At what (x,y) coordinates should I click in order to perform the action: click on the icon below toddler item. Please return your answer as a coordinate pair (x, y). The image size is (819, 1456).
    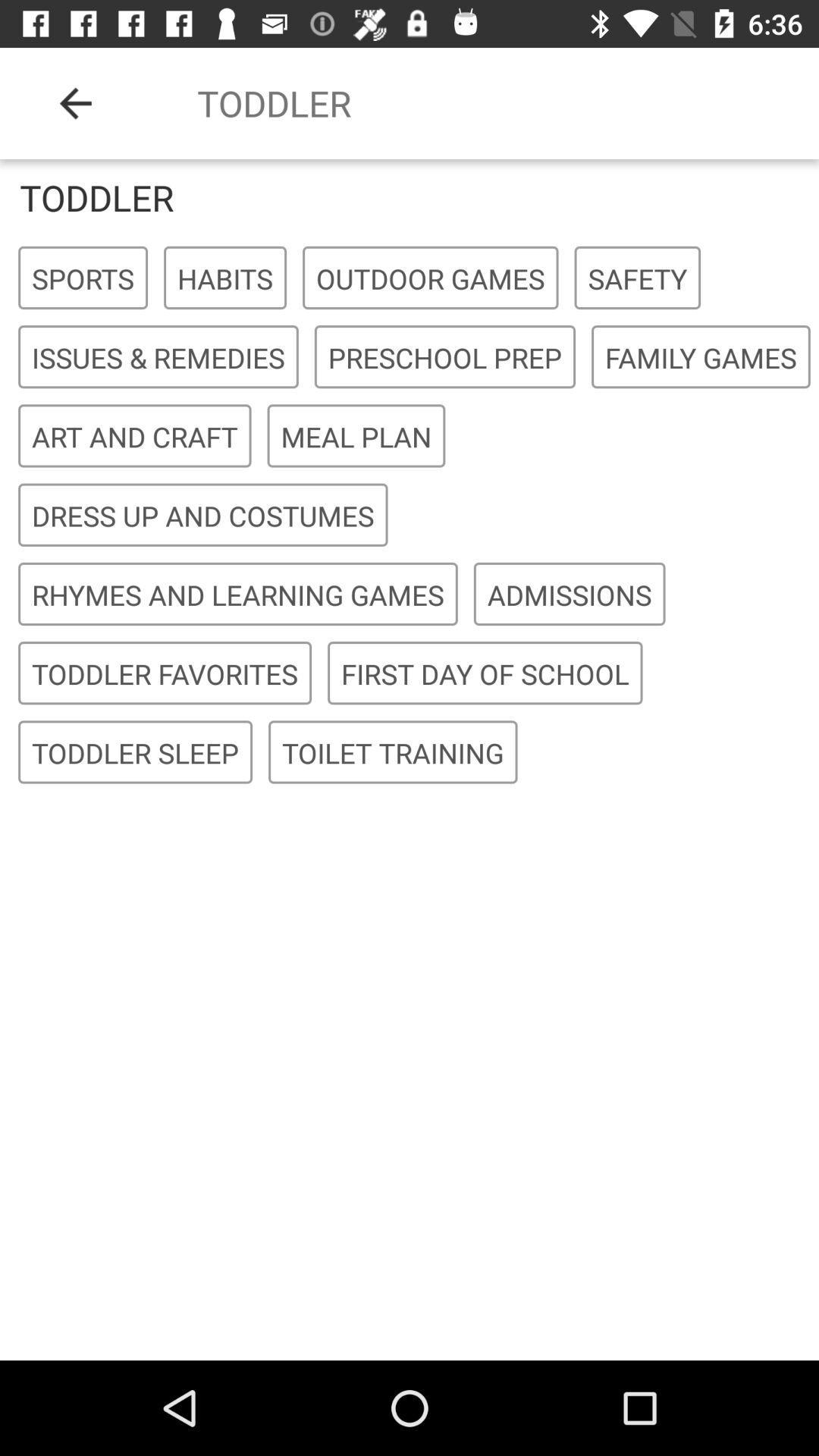
    Looking at the image, I should click on (83, 278).